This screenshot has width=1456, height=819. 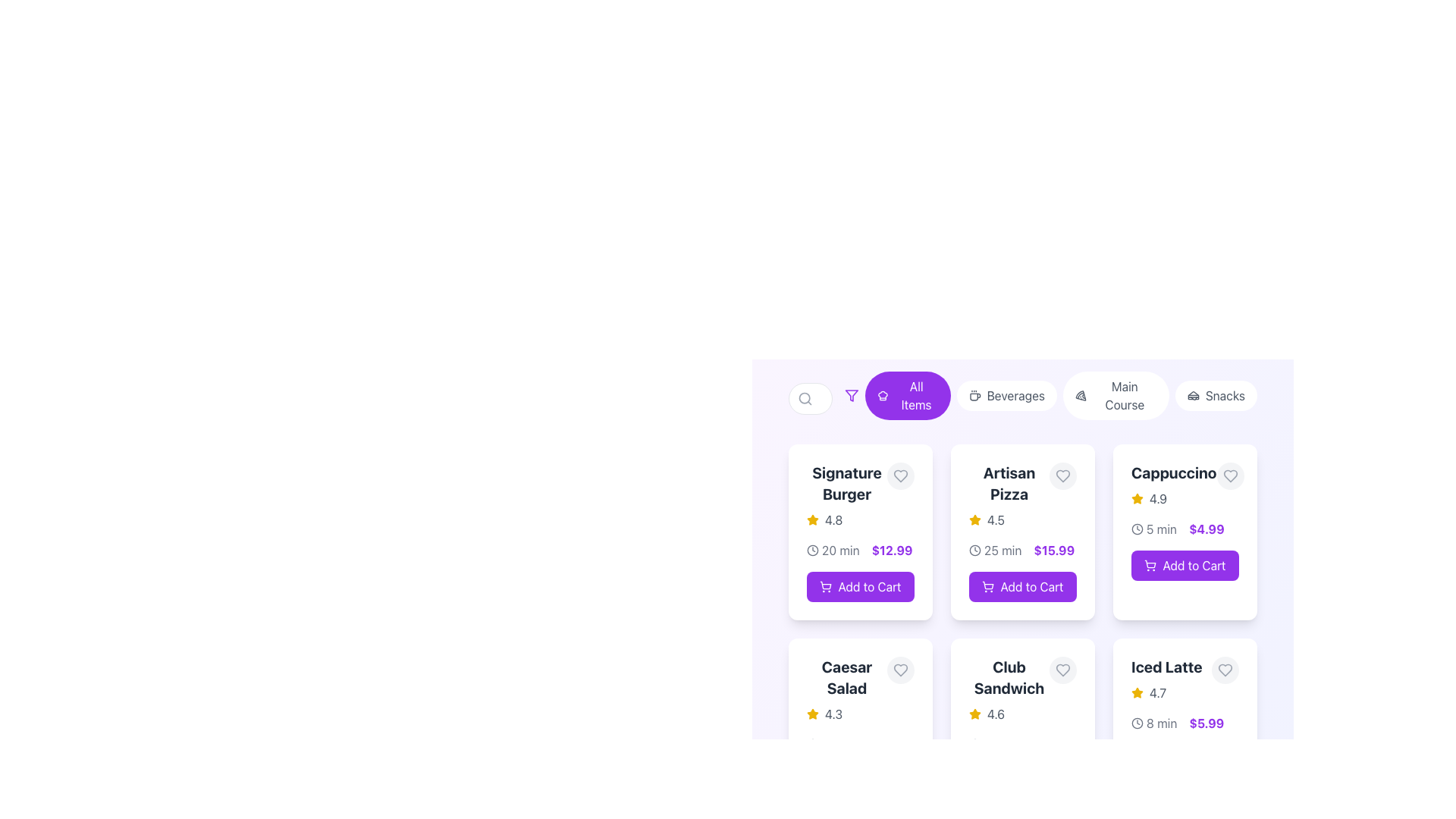 What do you see at coordinates (833, 519) in the screenshot?
I see `value displayed in the rating indicator, which shows an average user rating of '4.8' located to the right of the star icon in the 'Signature Burger' card` at bounding box center [833, 519].